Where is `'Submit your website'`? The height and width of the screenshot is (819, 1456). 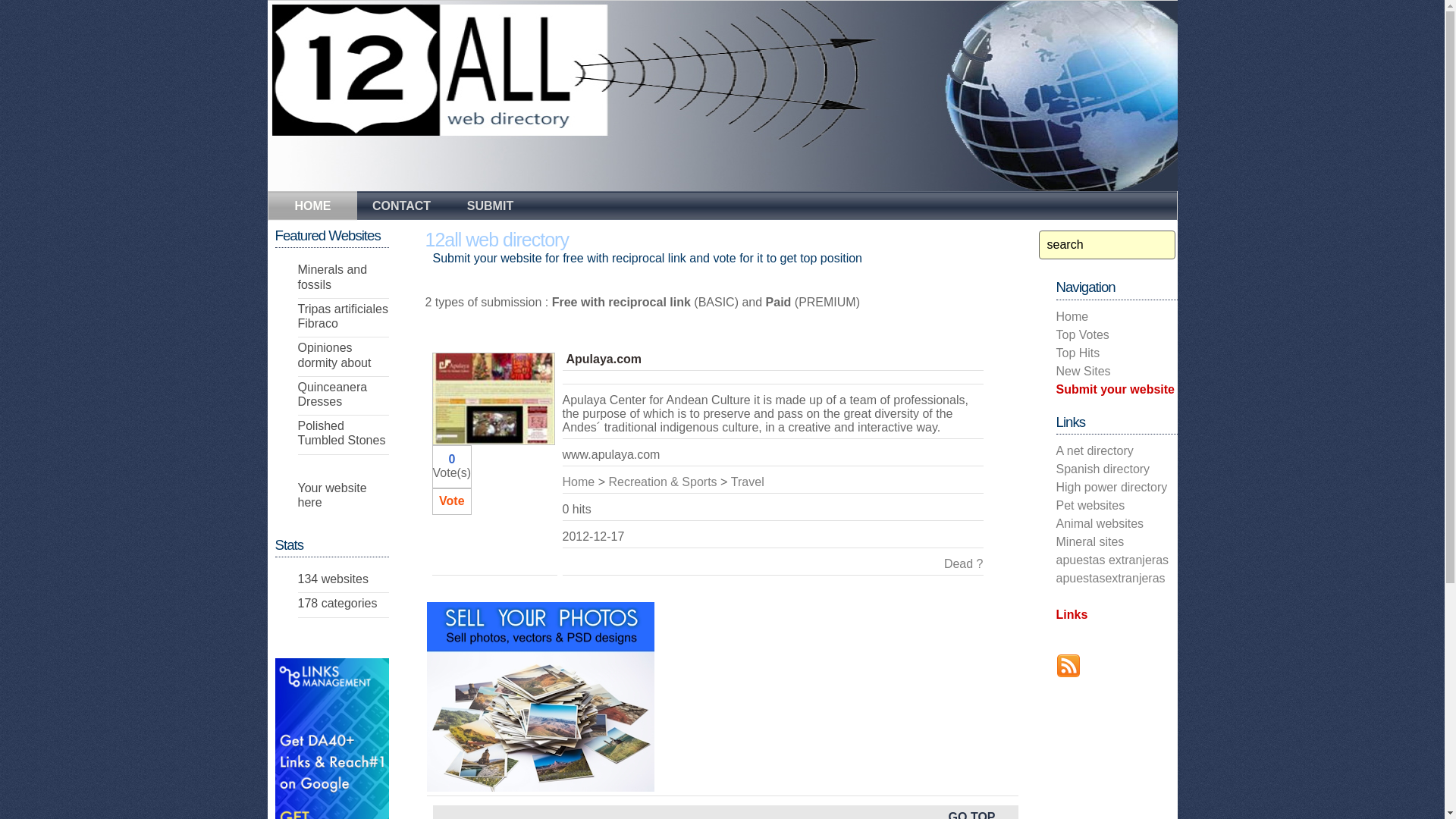
'Submit your website' is located at coordinates (1114, 388).